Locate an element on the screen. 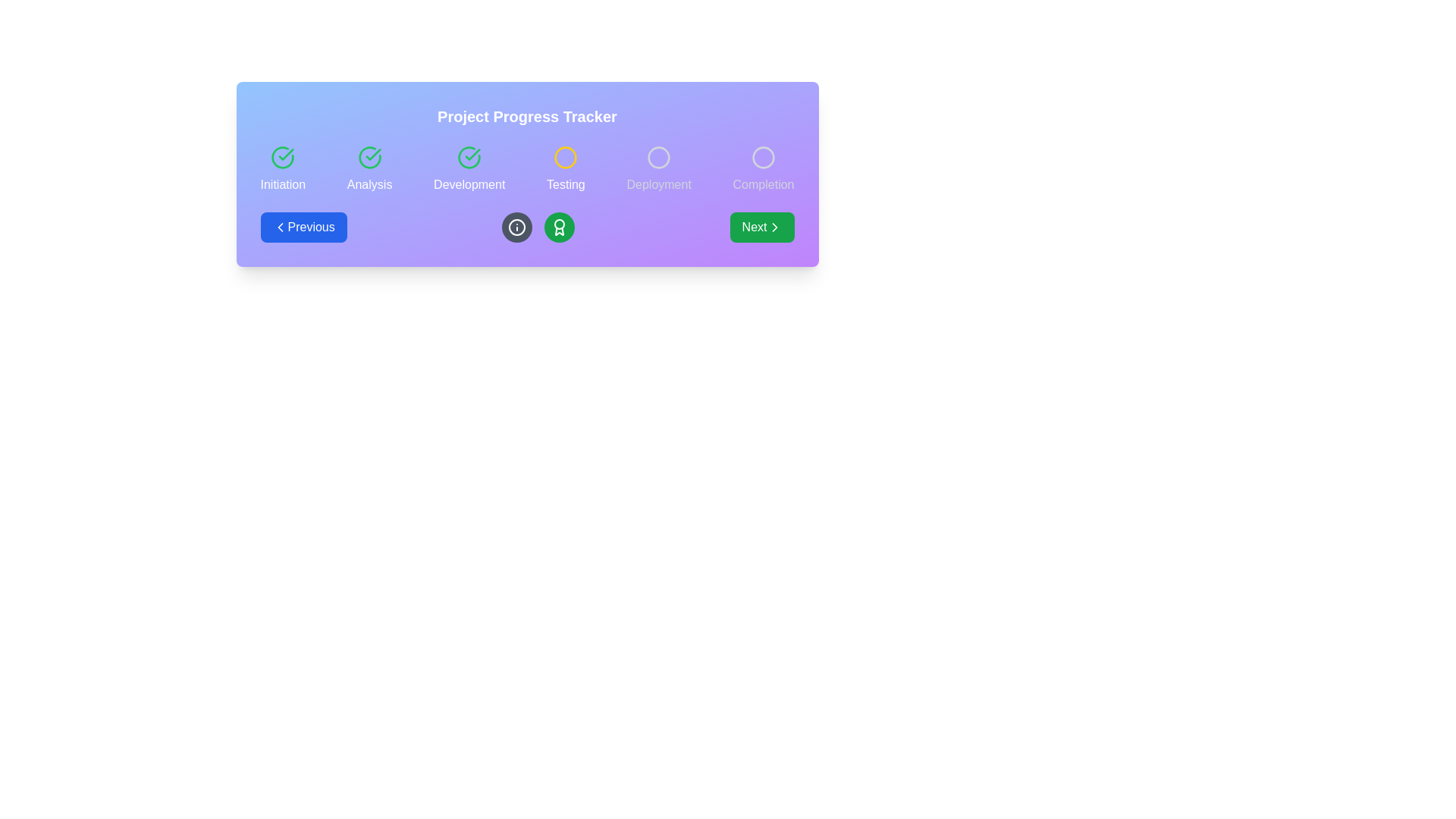 The image size is (1456, 819). the left-facing chevron icon, which is styled as an outline and located within the 'Previous' button in the project progress tracker interface is located at coordinates (280, 227).